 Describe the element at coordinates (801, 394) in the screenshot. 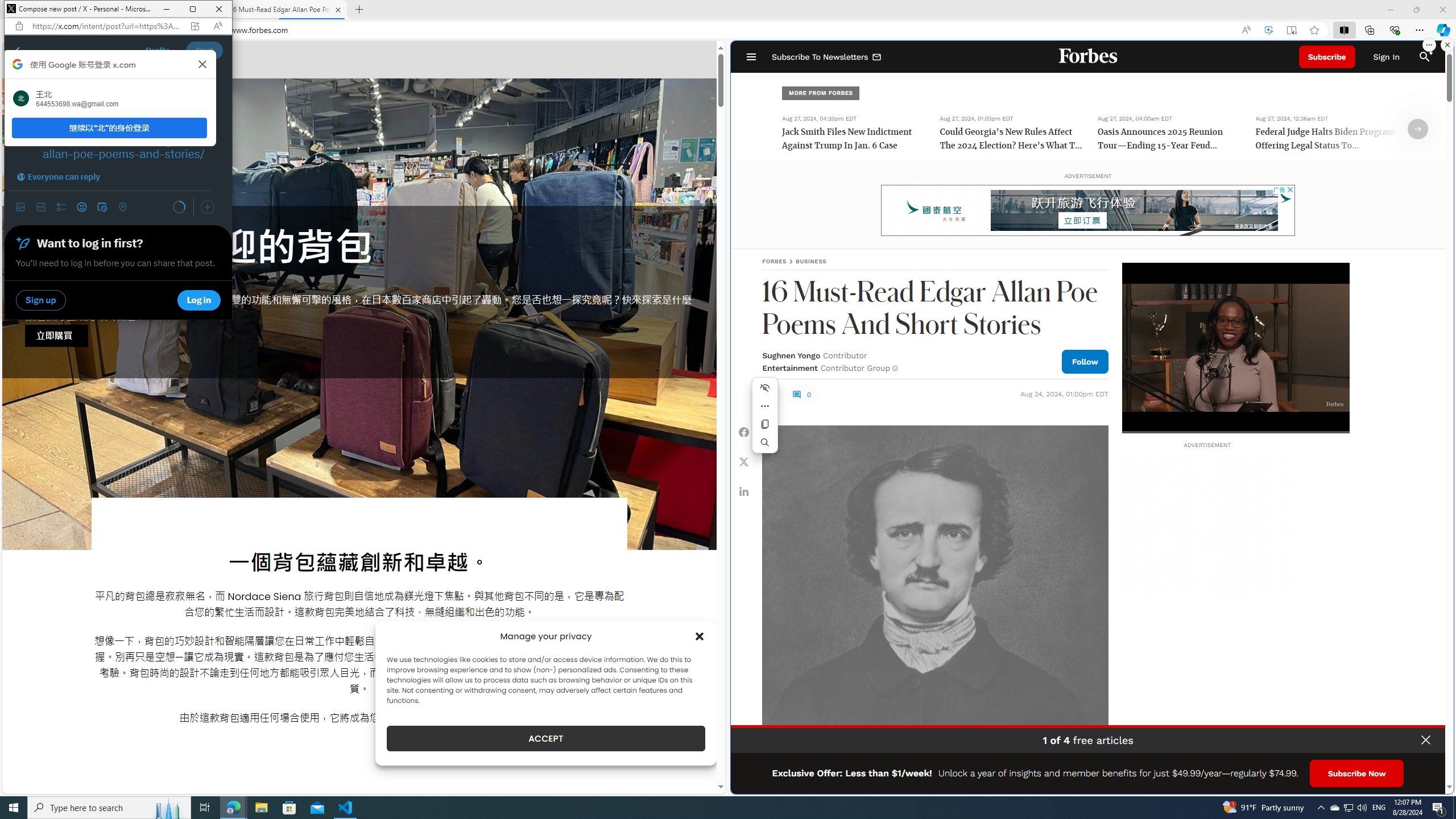

I see `'0'` at that location.